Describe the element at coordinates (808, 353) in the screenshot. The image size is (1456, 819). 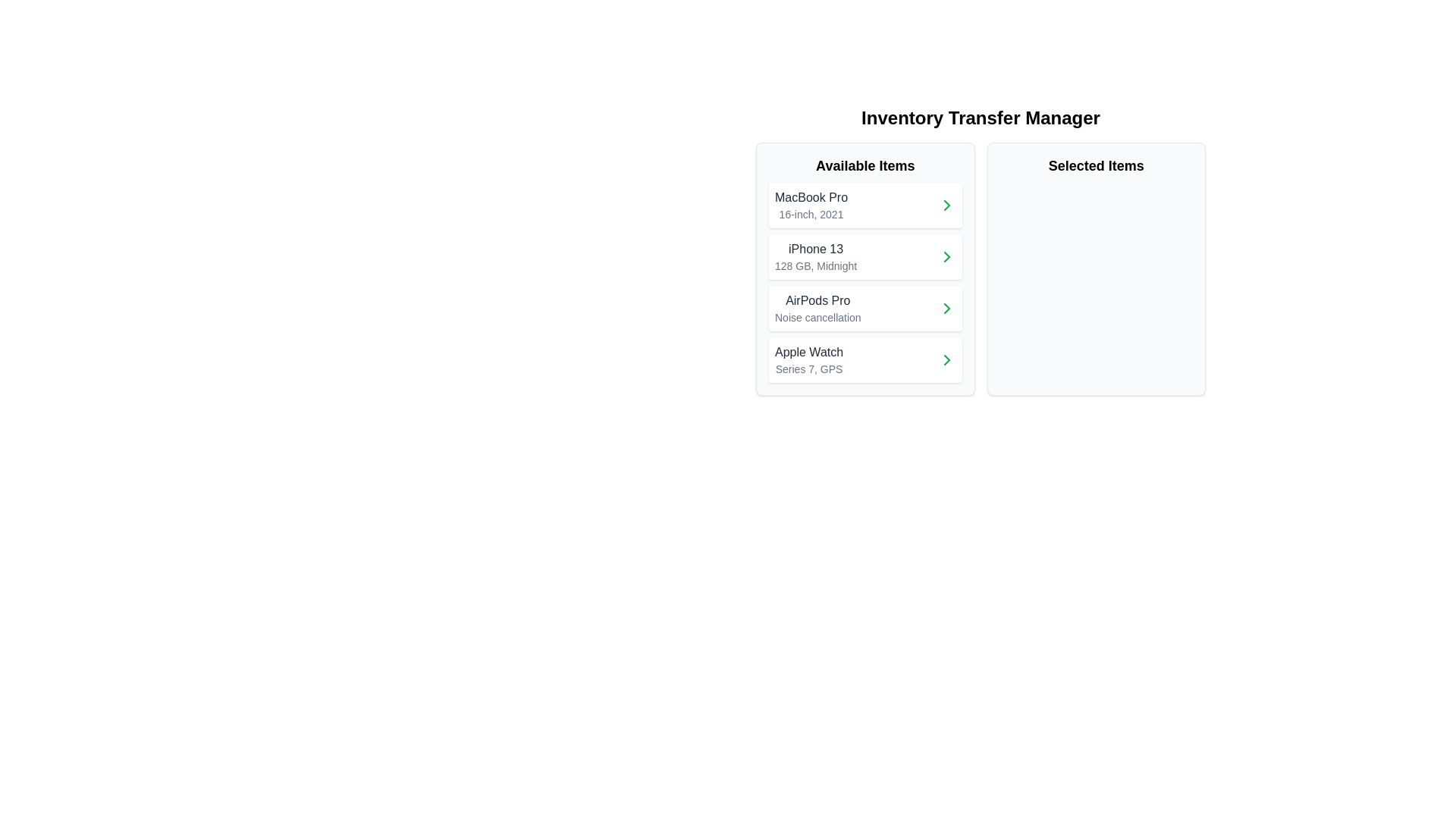
I see `the 'Apple Watch' text label in the fourth item of the 'Available Items' list on the left panel` at that location.